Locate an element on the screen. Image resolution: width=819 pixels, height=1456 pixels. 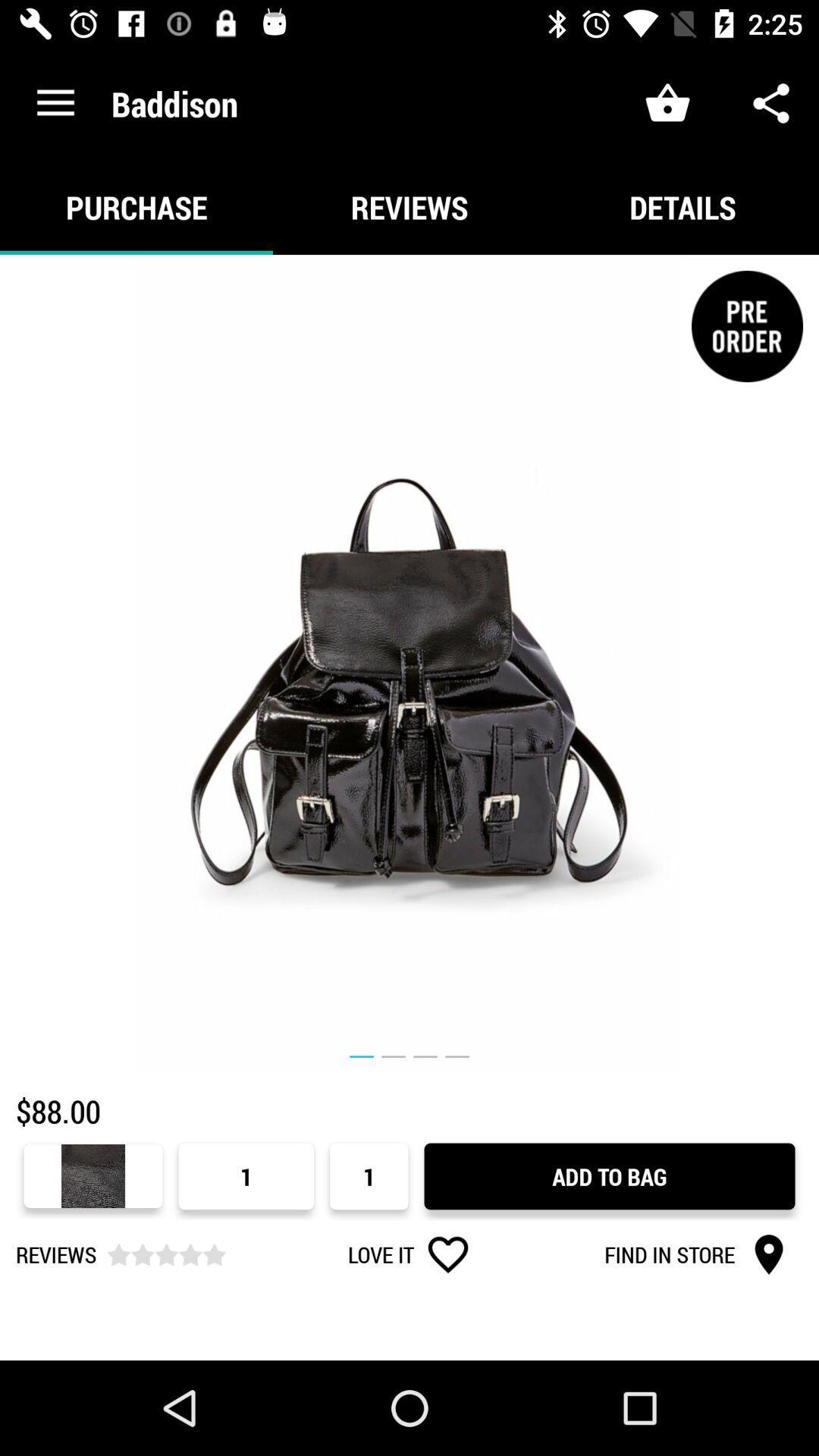
icon above the $88.00 icon is located at coordinates (409, 664).